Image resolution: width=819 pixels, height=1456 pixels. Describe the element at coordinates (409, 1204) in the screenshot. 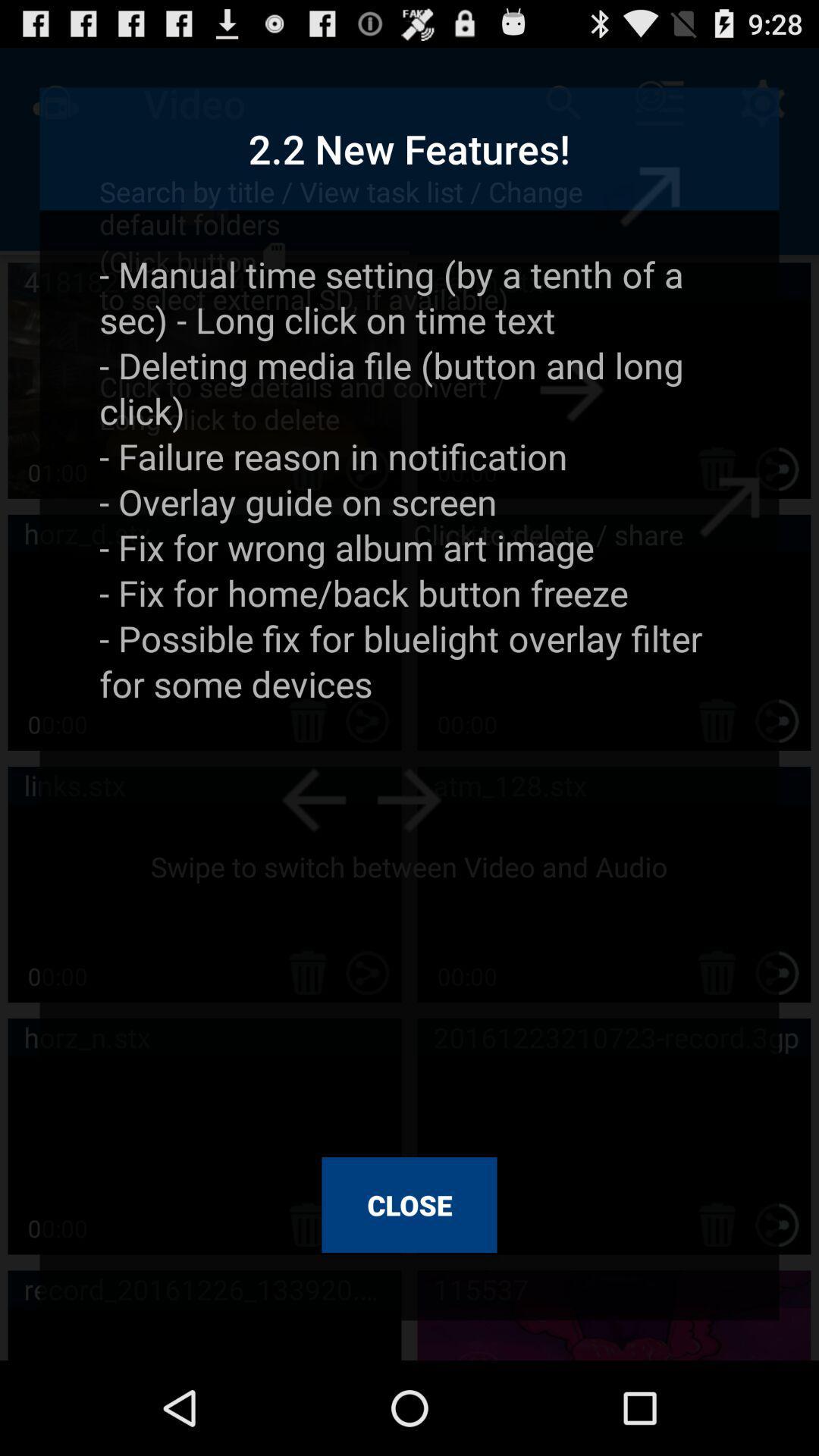

I see `item below the manual time setting` at that location.